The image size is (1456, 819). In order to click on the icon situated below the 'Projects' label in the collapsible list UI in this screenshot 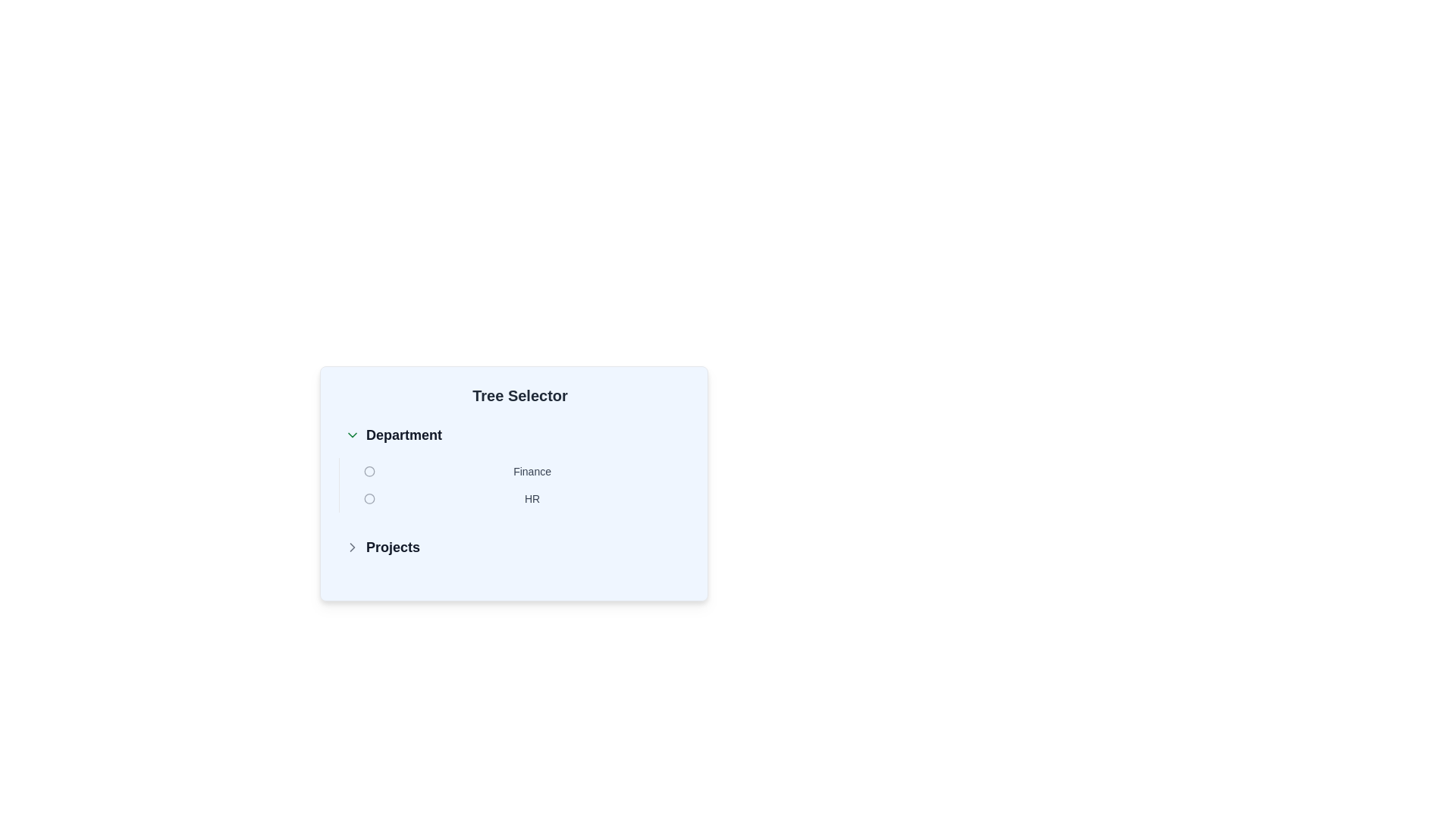, I will do `click(352, 547)`.